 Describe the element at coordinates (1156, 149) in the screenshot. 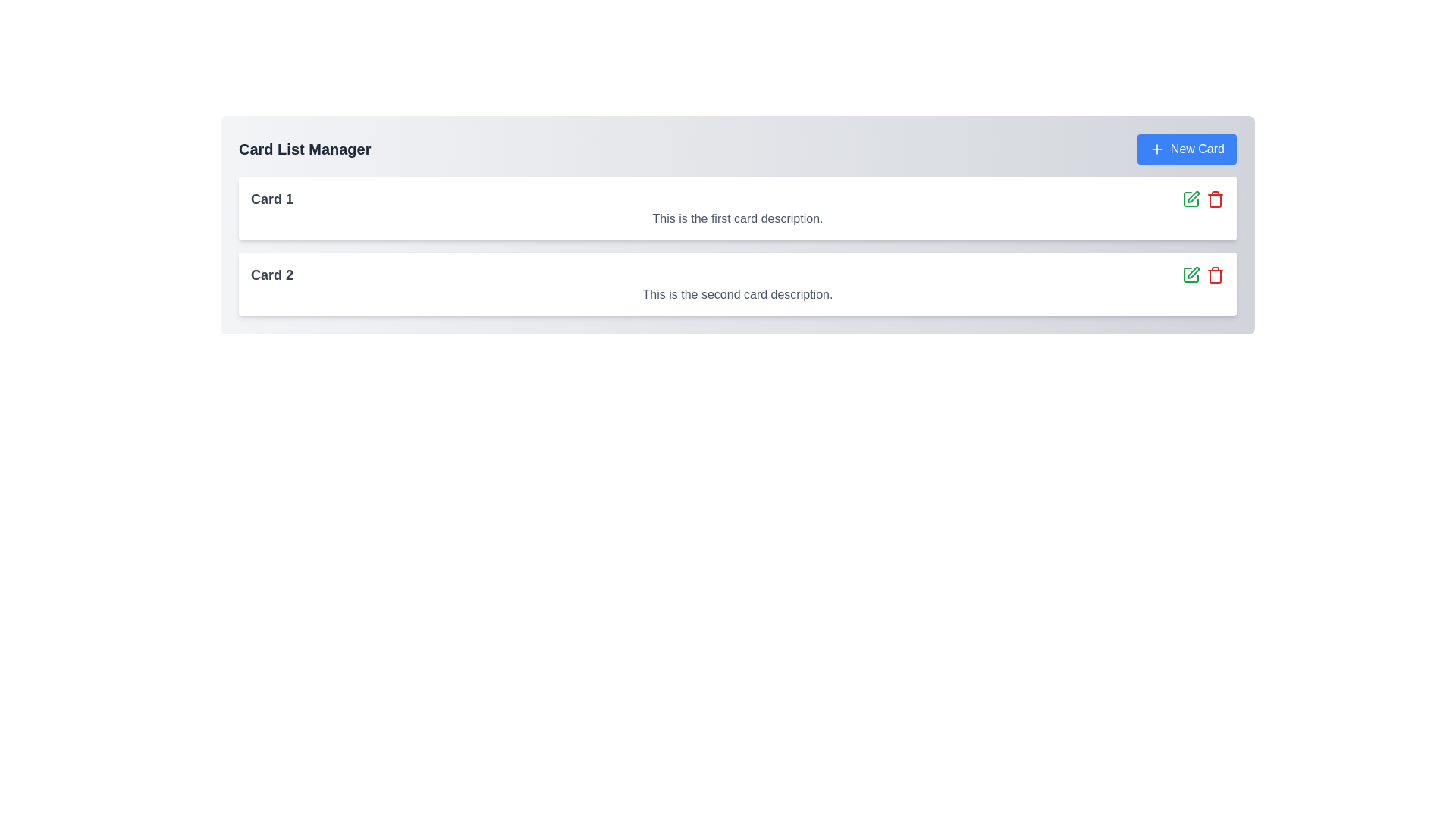

I see `the plus sign icon located within the blue 'New Card' button in the upper-right corner of the card list interface to invoke the button action` at that location.